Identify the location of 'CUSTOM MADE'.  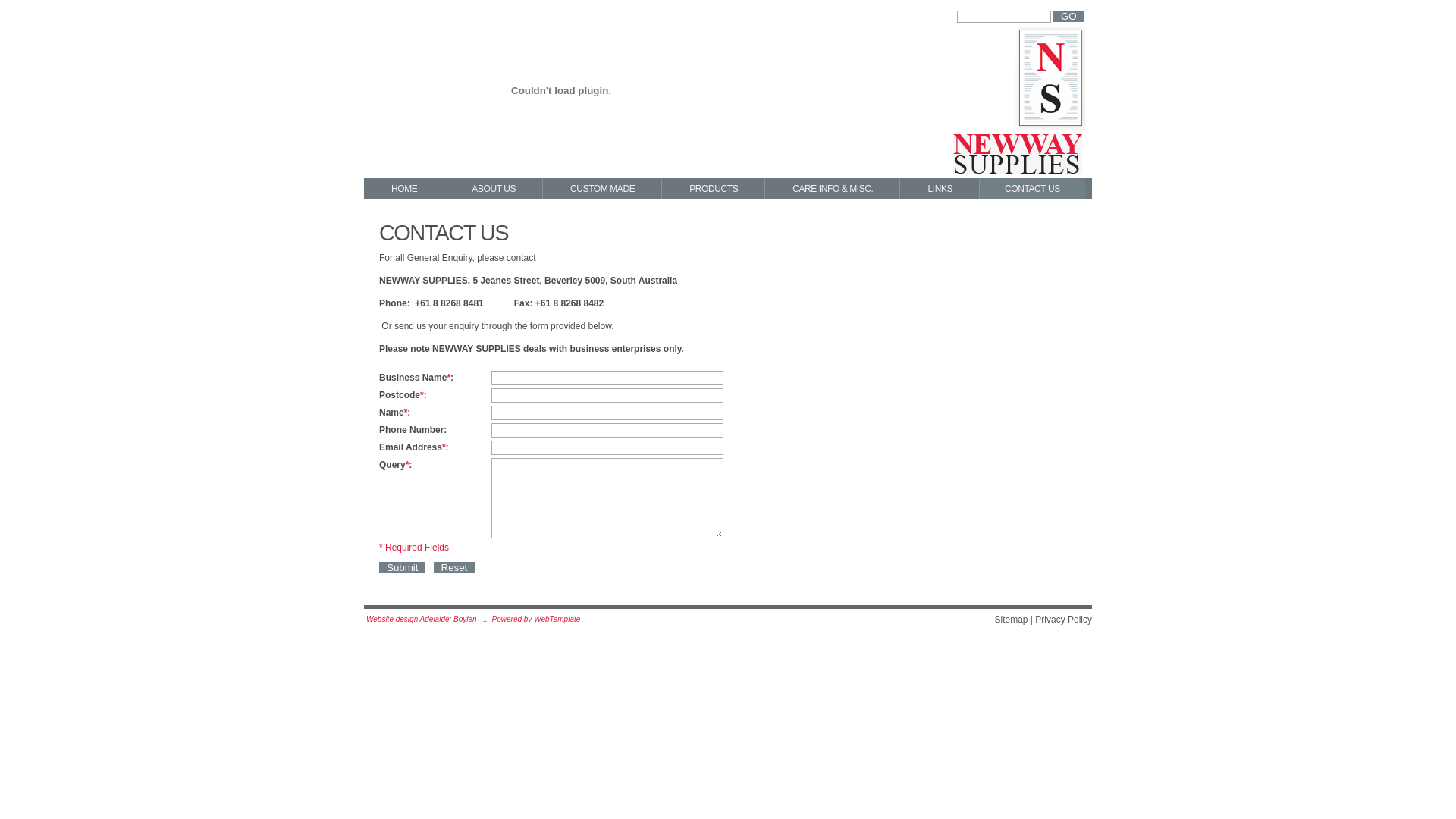
(542, 188).